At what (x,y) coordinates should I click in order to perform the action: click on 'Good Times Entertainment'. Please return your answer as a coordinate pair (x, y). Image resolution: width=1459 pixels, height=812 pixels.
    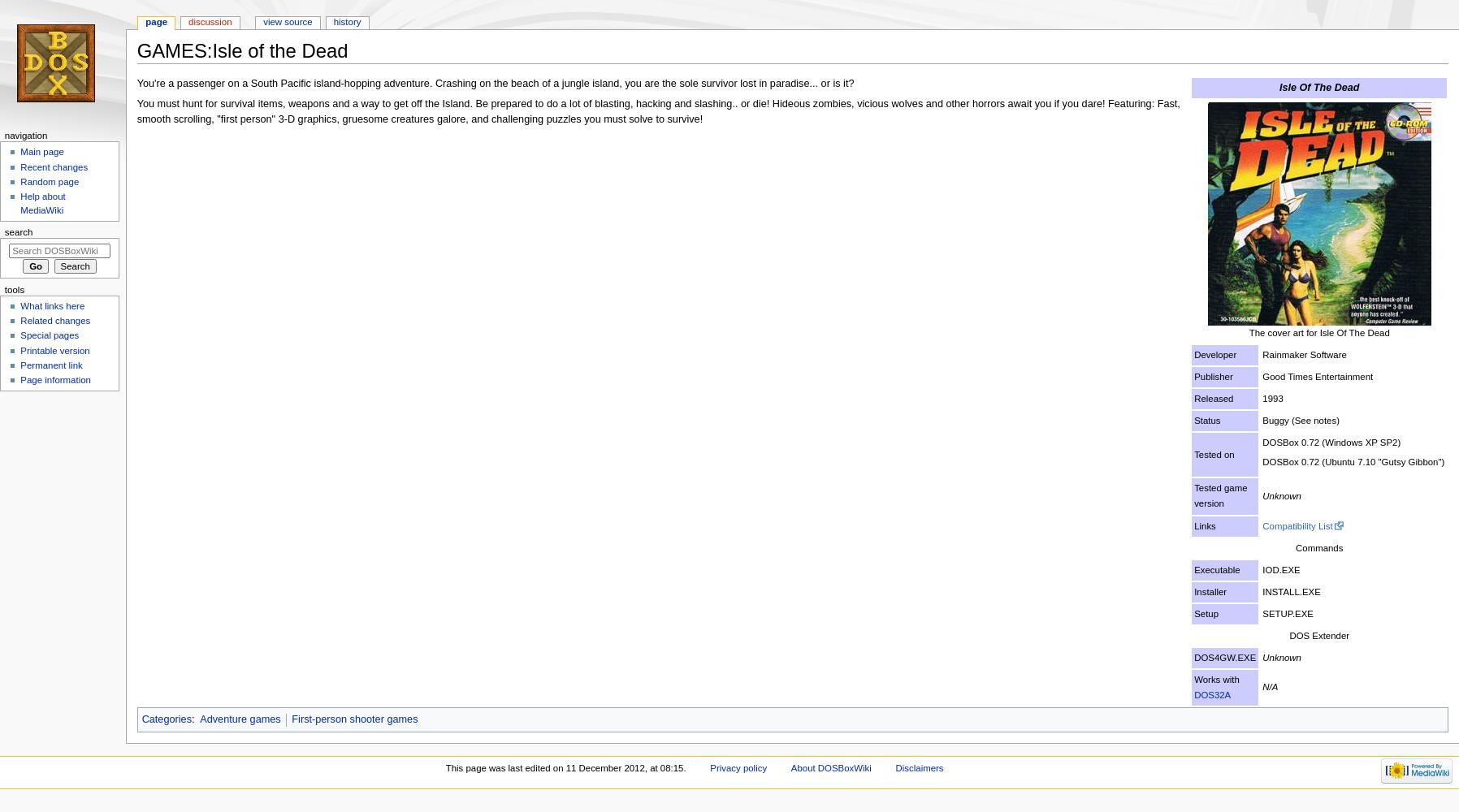
    Looking at the image, I should click on (1317, 375).